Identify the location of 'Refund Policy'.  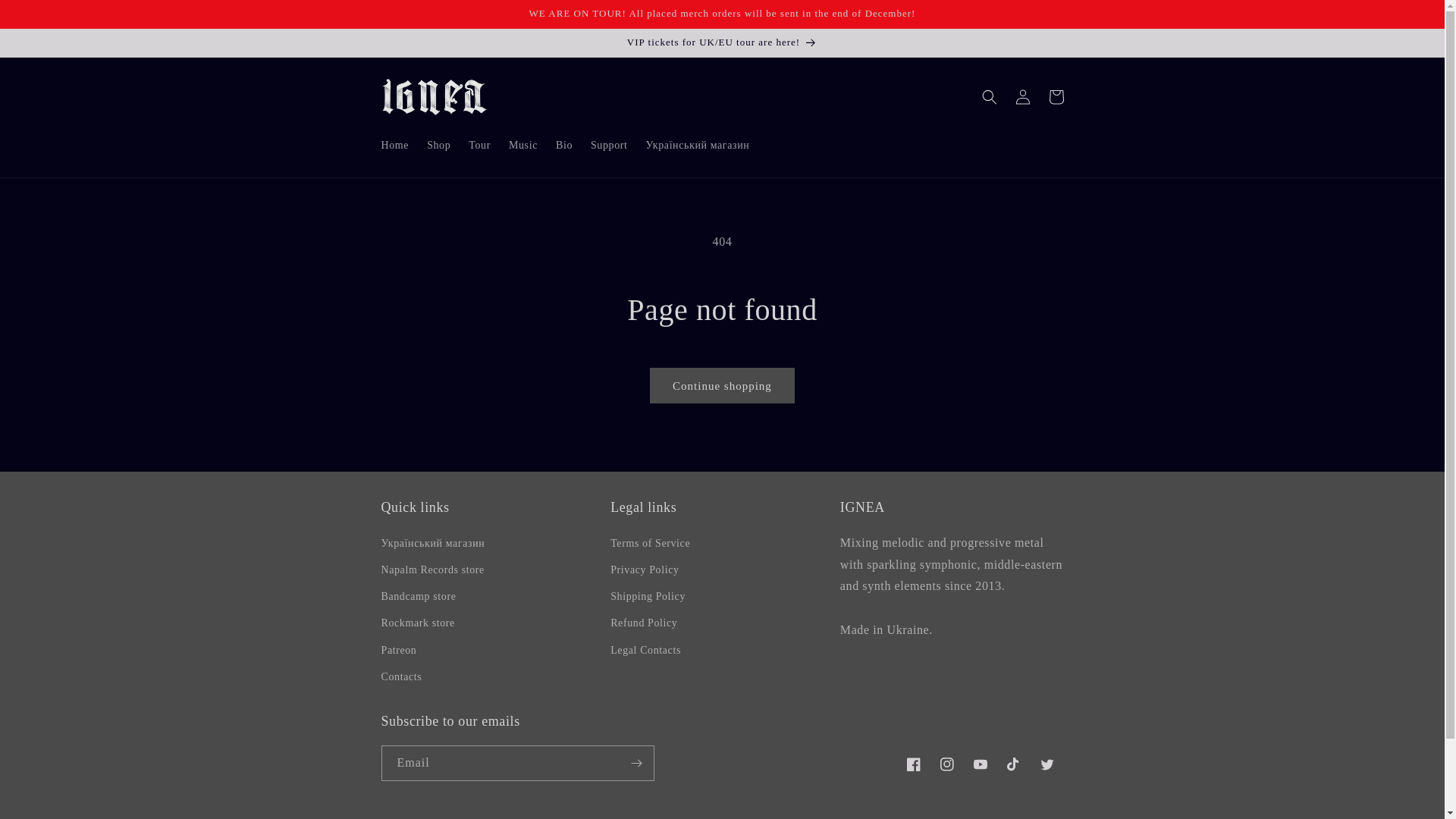
(644, 623).